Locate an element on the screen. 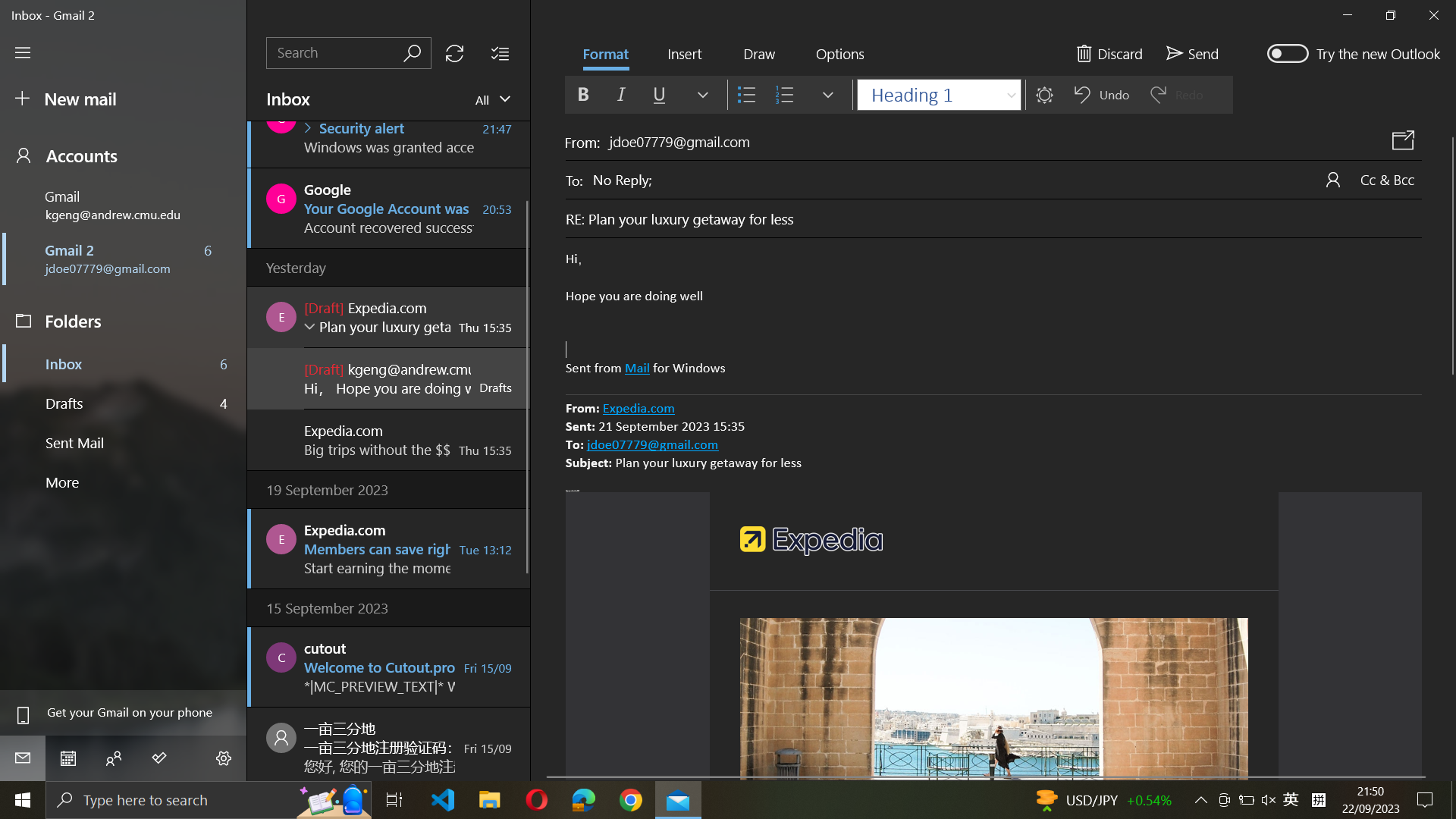 The image size is (1456, 819). the mail body and select all the text is located at coordinates (993, 314).